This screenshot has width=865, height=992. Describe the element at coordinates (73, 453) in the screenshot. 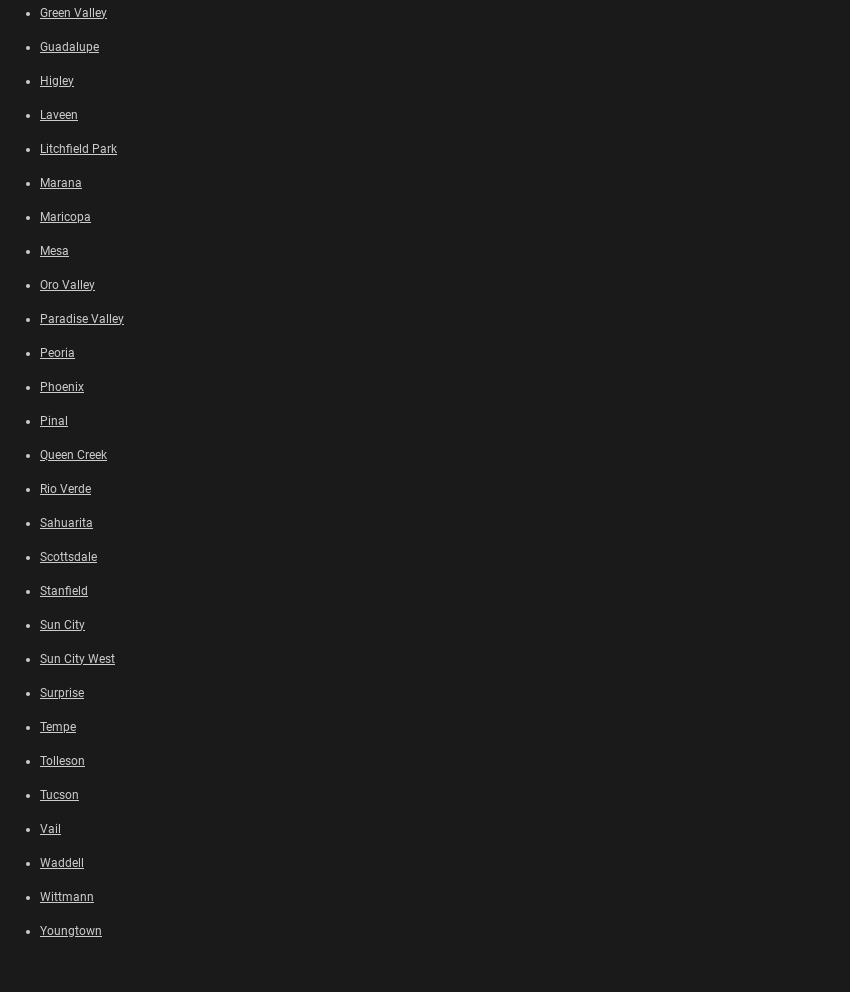

I see `'Queen Creek'` at that location.